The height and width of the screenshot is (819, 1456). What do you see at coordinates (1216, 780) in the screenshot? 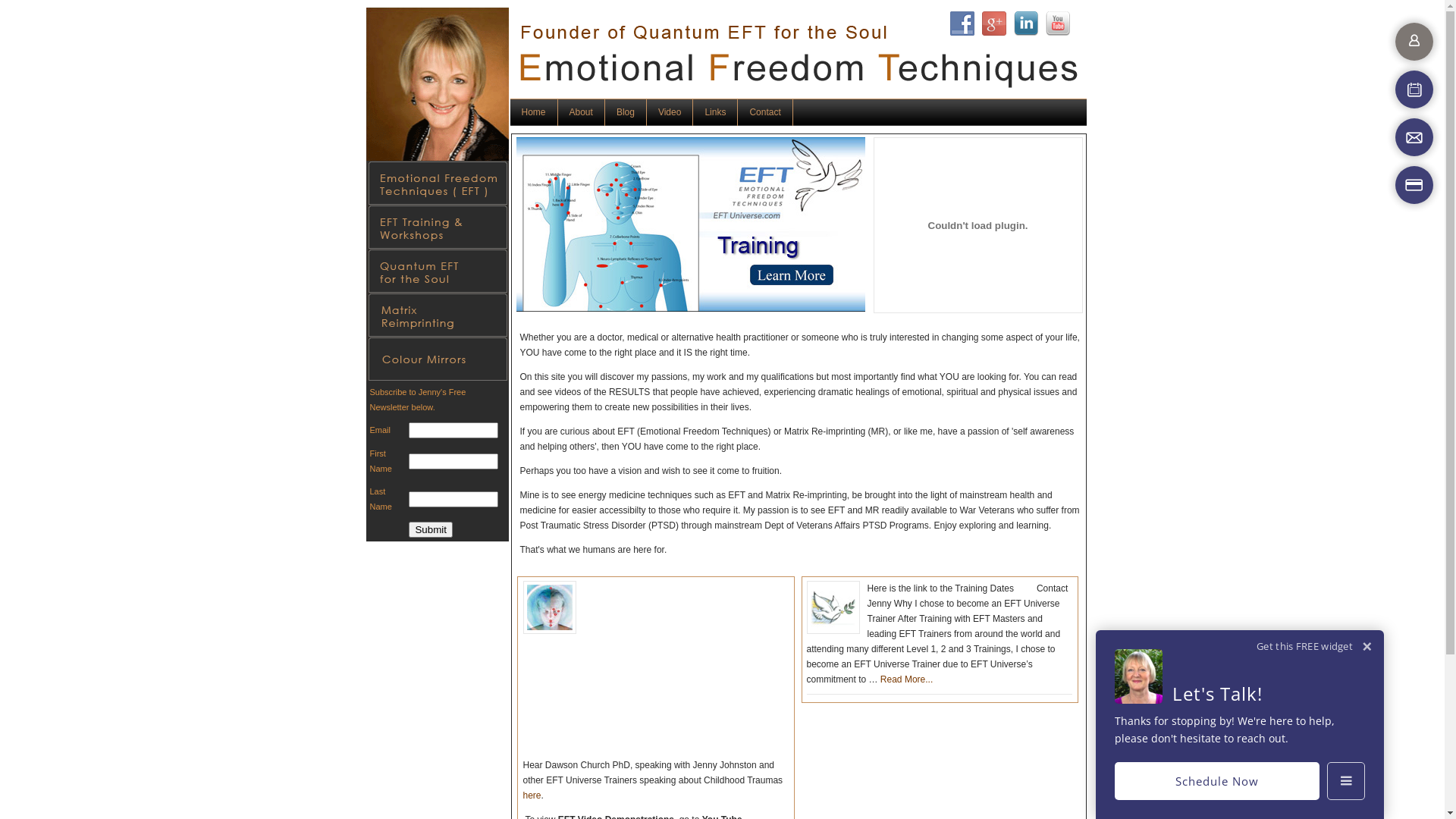
I see `'Schedule Now'` at bounding box center [1216, 780].